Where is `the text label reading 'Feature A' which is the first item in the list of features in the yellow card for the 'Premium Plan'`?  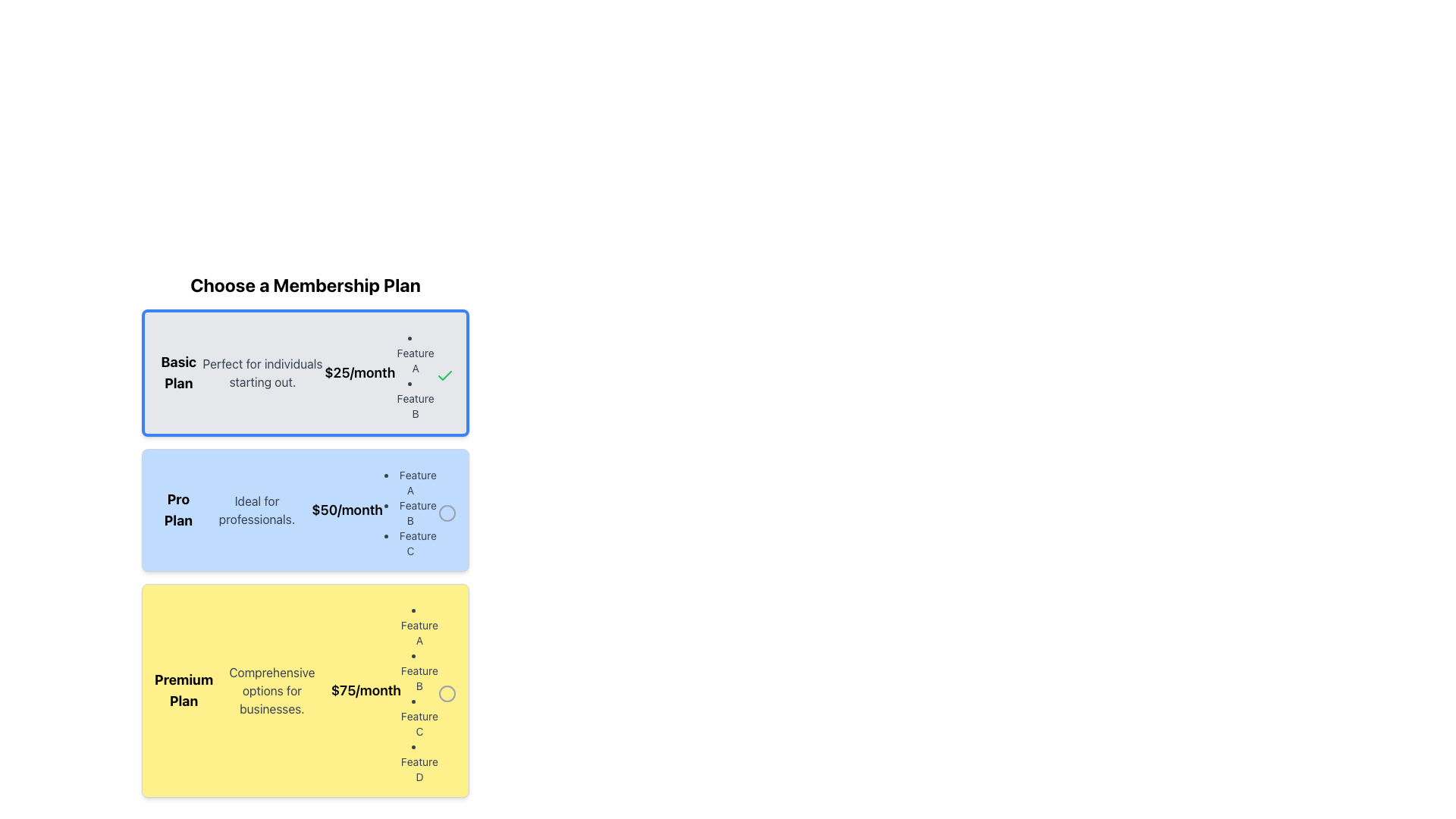 the text label reading 'Feature A' which is the first item in the list of features in the yellow card for the 'Premium Plan' is located at coordinates (419, 626).